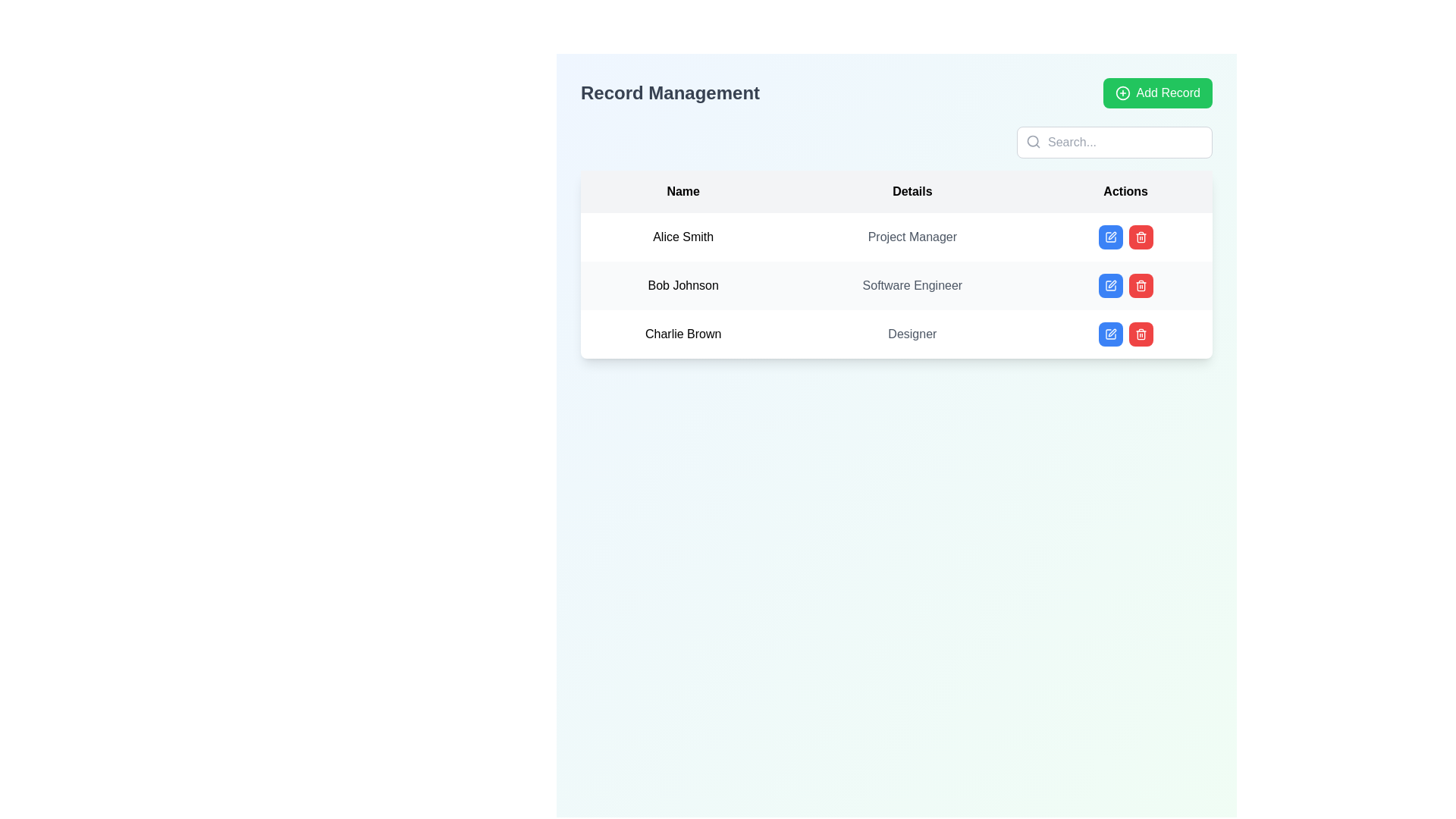 This screenshot has width=1456, height=819. Describe the element at coordinates (1110, 237) in the screenshot. I see `the first button in the 'Actions' column of the table associated with the 'Project Manager' record` at that location.